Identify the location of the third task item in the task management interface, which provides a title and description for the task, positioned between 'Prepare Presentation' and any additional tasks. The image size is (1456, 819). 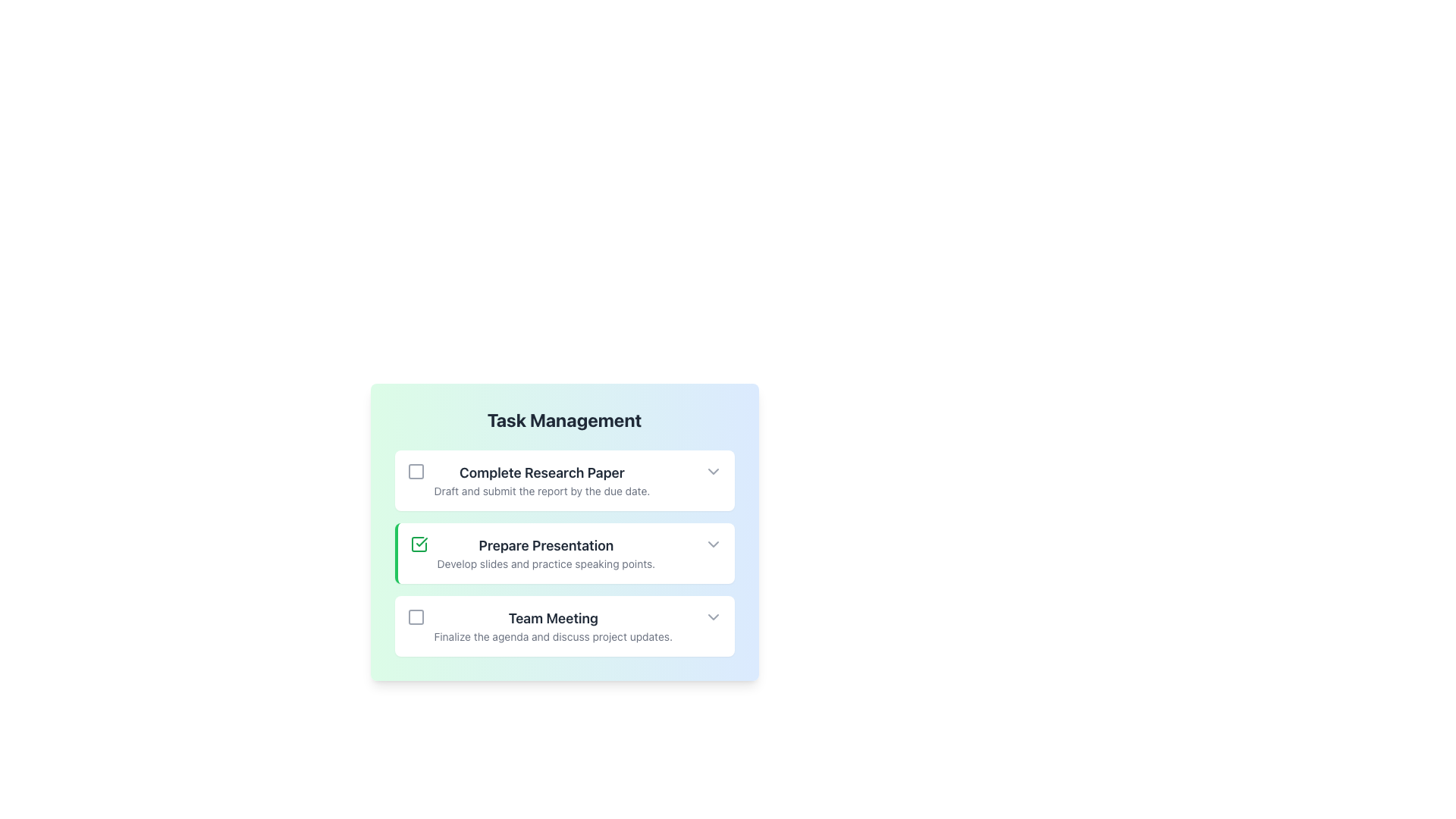
(552, 626).